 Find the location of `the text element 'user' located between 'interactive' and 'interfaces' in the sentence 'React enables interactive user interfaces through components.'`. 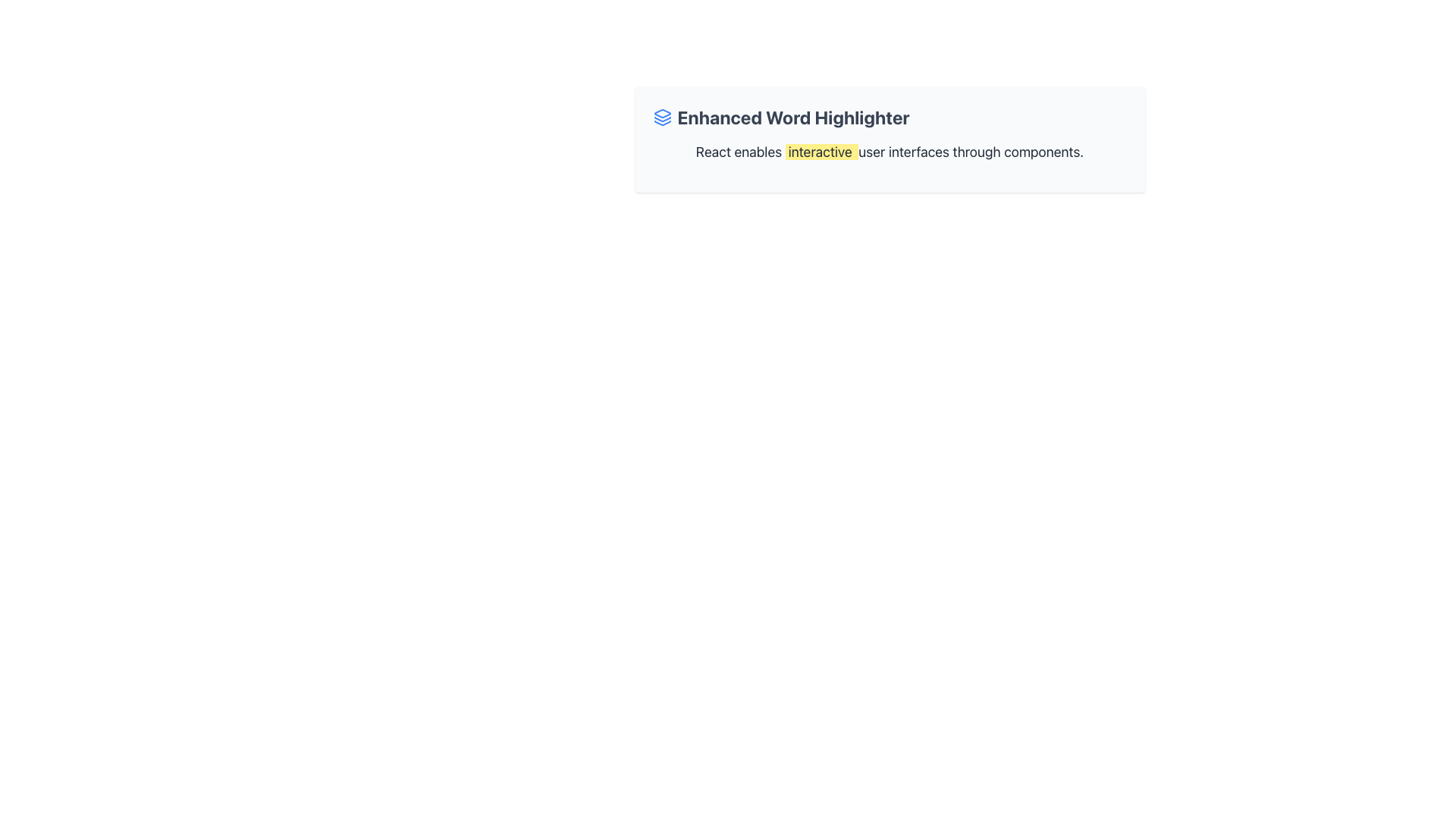

the text element 'user' located between 'interactive' and 'interfaces' in the sentence 'React enables interactive user interfaces through components.' is located at coordinates (874, 152).